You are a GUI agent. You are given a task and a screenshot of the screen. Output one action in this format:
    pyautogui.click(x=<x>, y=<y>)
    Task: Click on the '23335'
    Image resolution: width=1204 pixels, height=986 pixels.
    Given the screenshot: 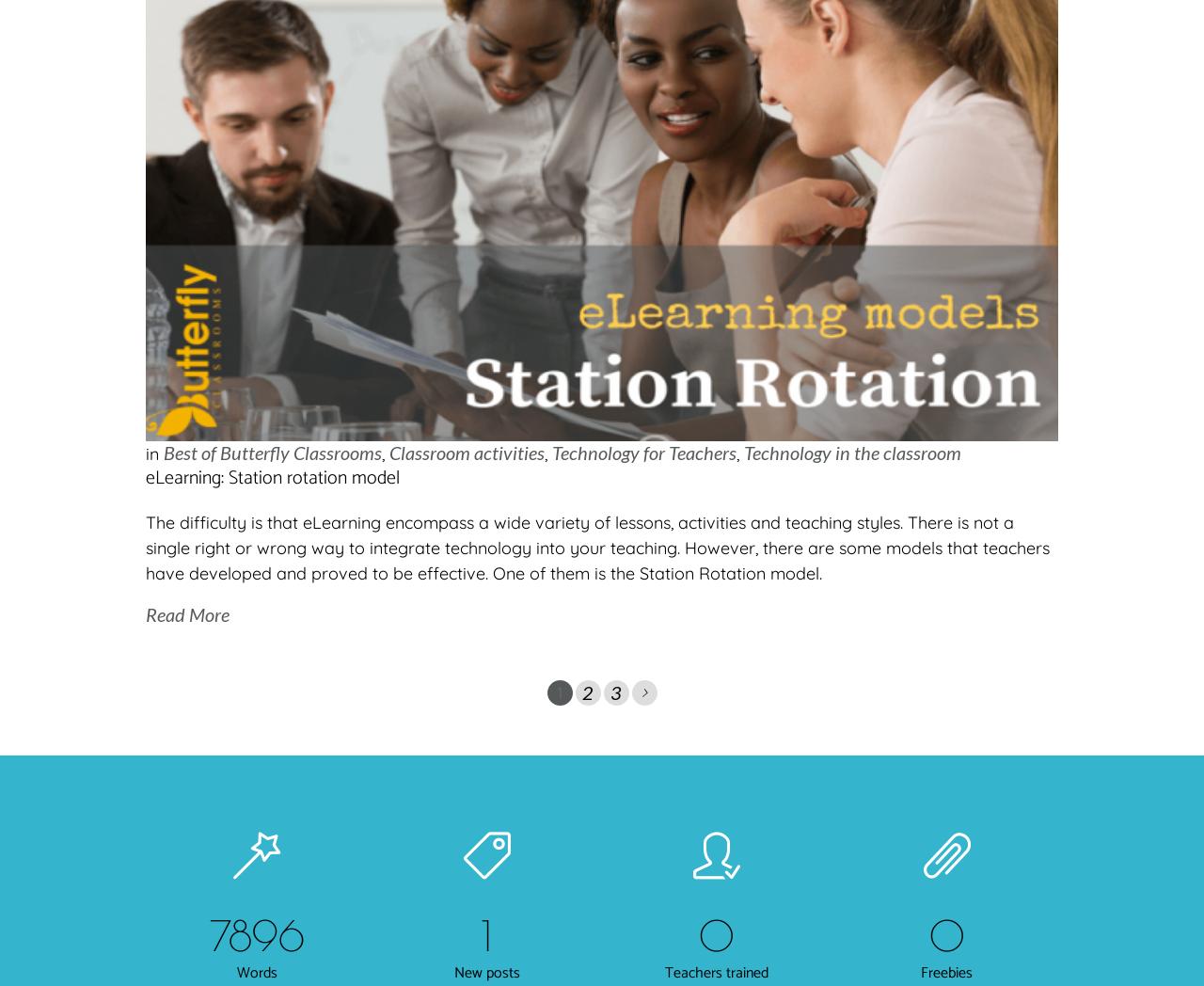 What is the action you would take?
    pyautogui.click(x=255, y=933)
    